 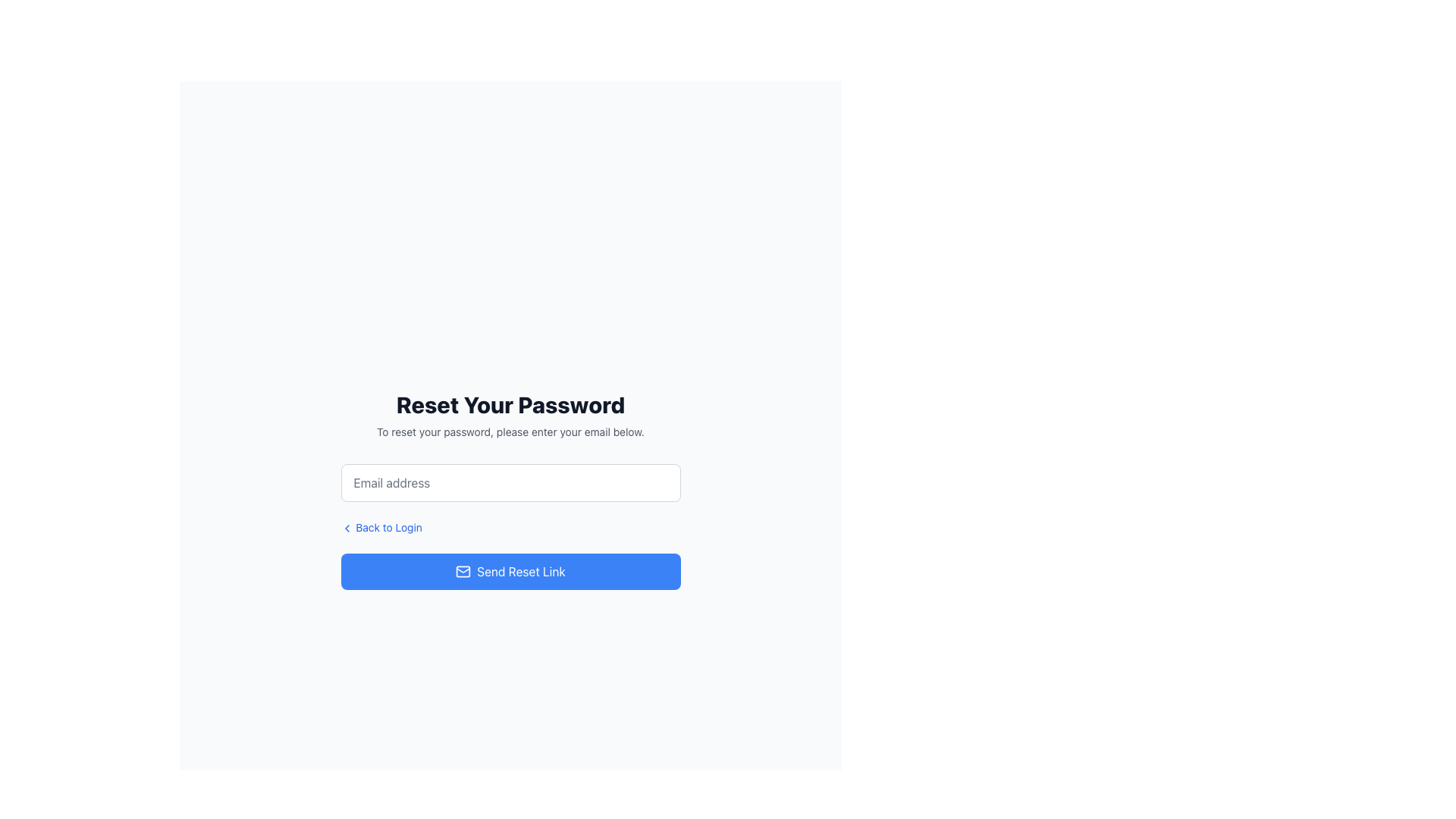 What do you see at coordinates (463, 571) in the screenshot?
I see `the mail-shaped icon located inside the blue 'Send Reset Link' button, which is positioned towards the left side of the button, preceding the text label` at bounding box center [463, 571].